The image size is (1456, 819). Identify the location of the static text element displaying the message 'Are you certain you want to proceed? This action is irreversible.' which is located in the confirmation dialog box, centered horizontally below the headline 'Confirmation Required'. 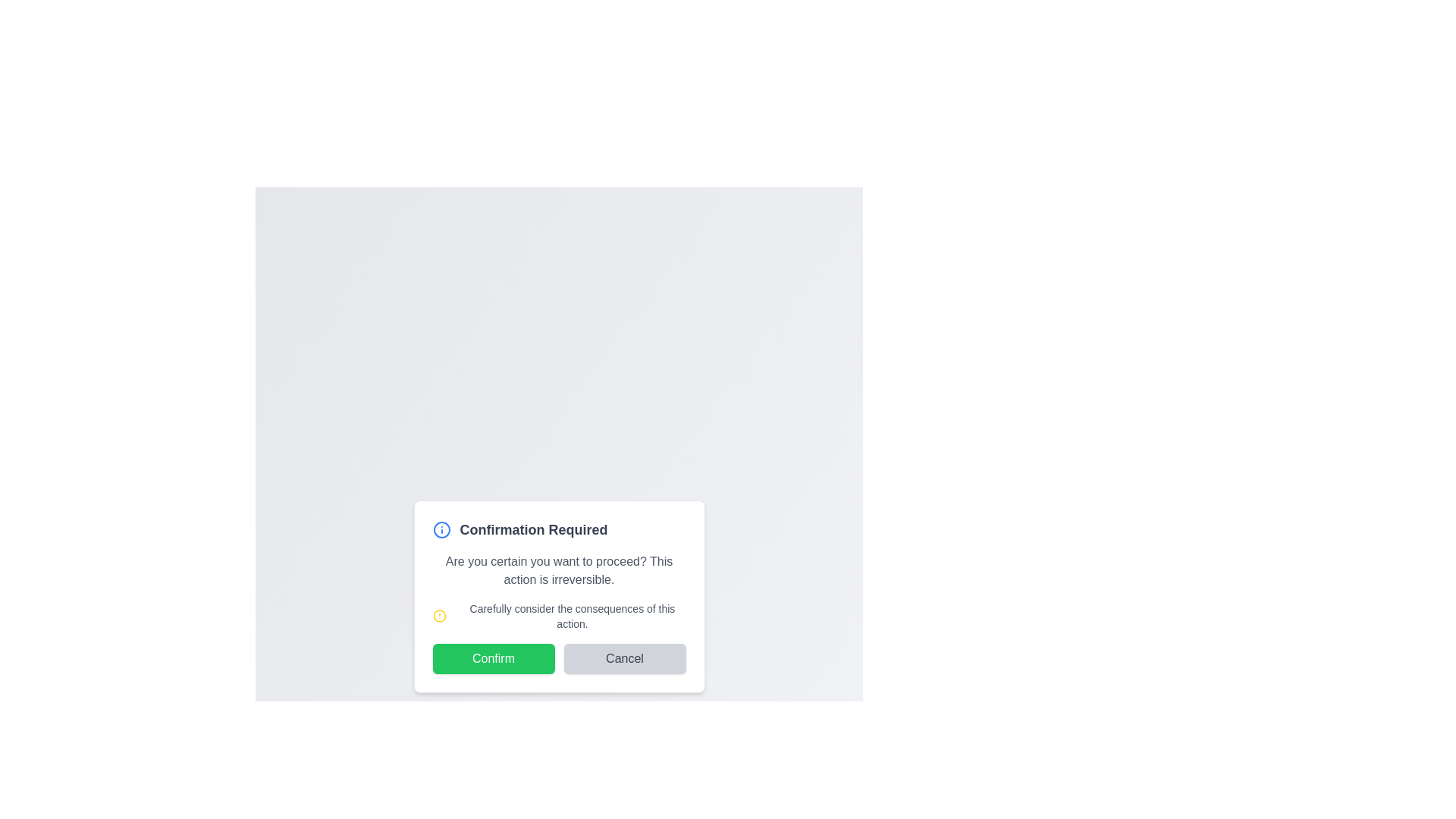
(558, 570).